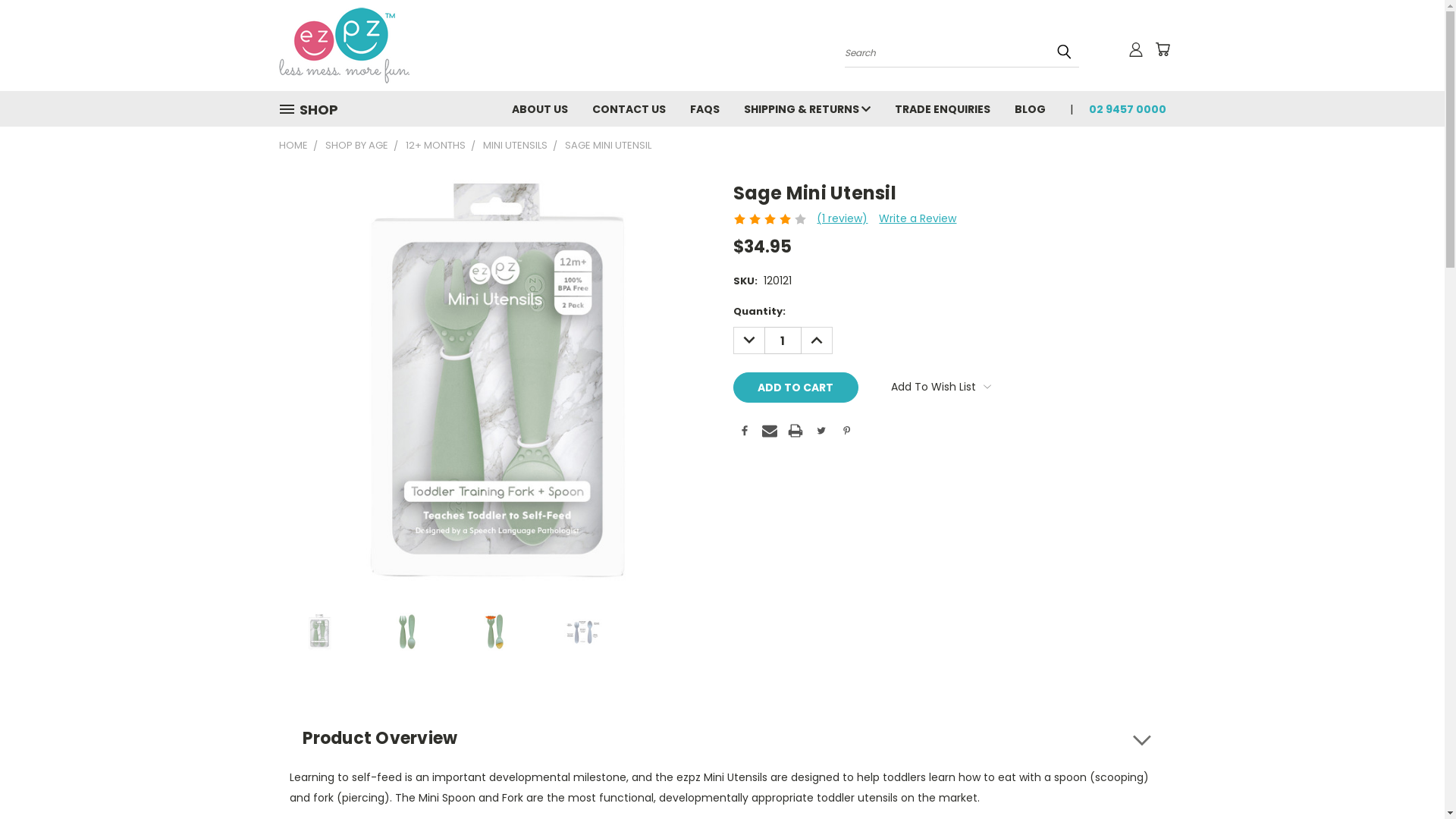 This screenshot has height=819, width=1456. What do you see at coordinates (815, 218) in the screenshot?
I see `'(1 review)'` at bounding box center [815, 218].